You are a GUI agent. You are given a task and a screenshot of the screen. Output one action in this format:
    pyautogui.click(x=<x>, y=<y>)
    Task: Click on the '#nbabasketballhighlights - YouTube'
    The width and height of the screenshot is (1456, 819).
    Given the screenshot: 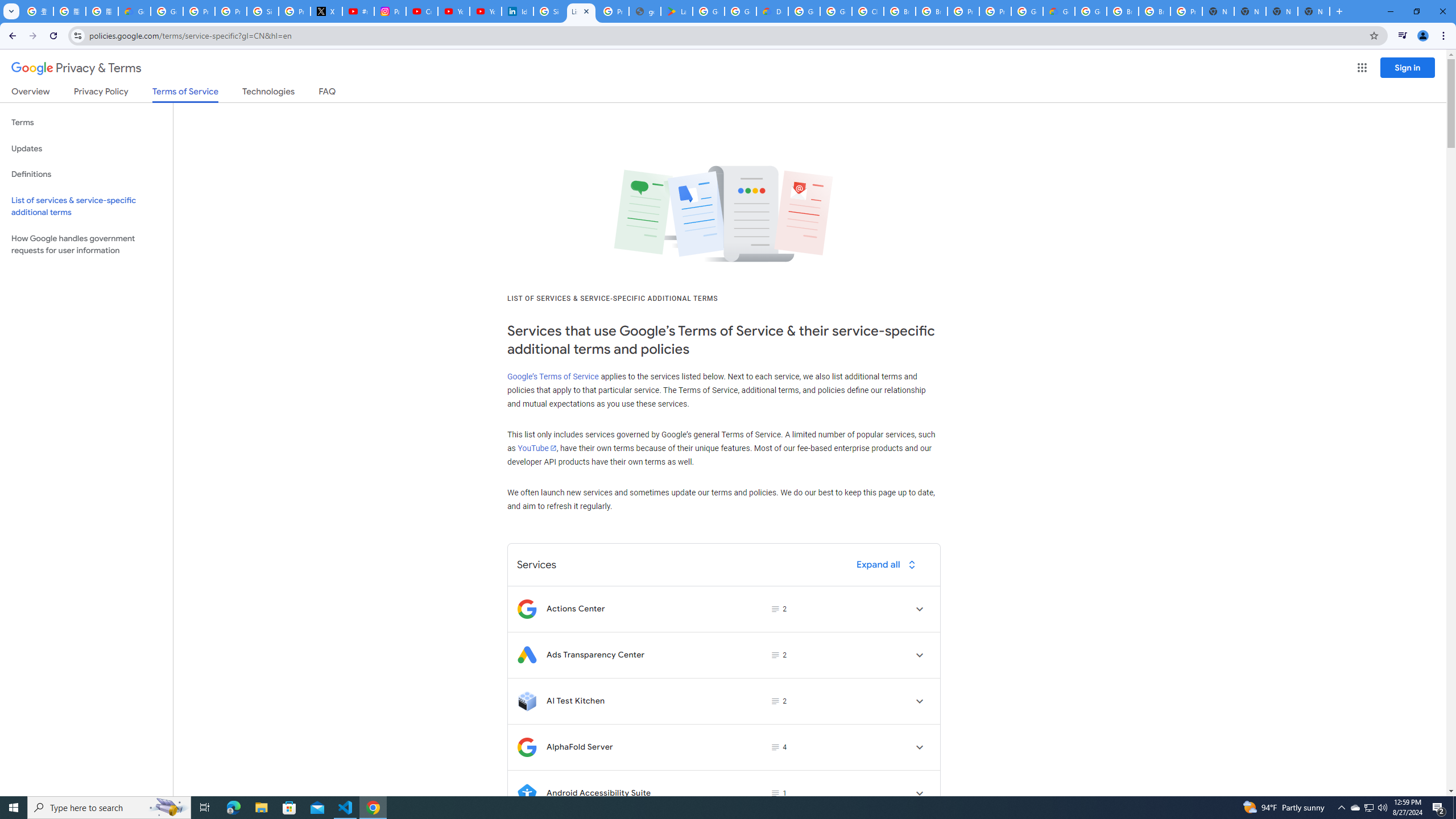 What is the action you would take?
    pyautogui.click(x=359, y=11)
    